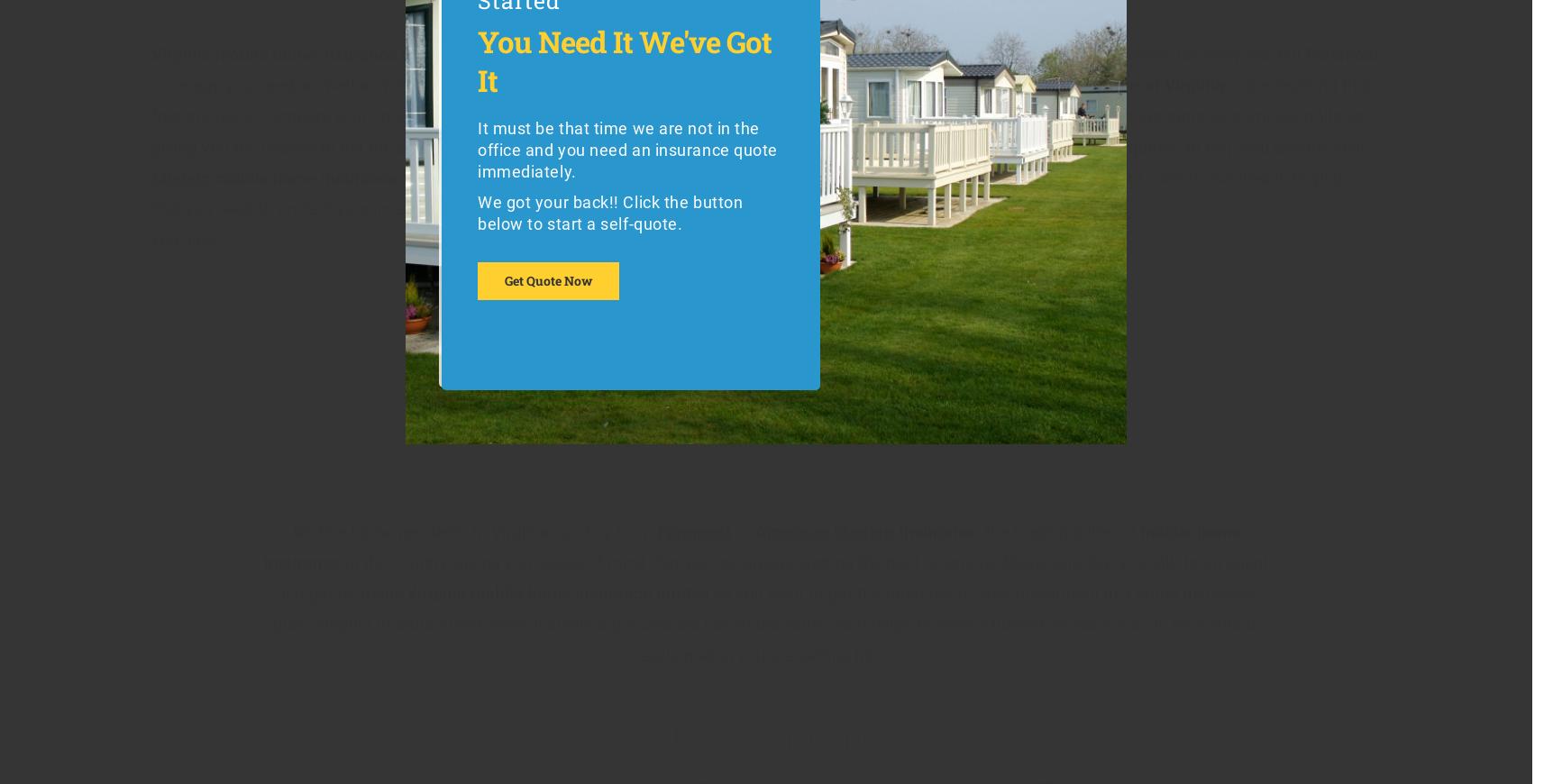 The width and height of the screenshot is (1553, 784). Describe the element at coordinates (476, 149) in the screenshot. I see `'It must be that time we are not in the office and you need an insurance quote immediately.'` at that location.